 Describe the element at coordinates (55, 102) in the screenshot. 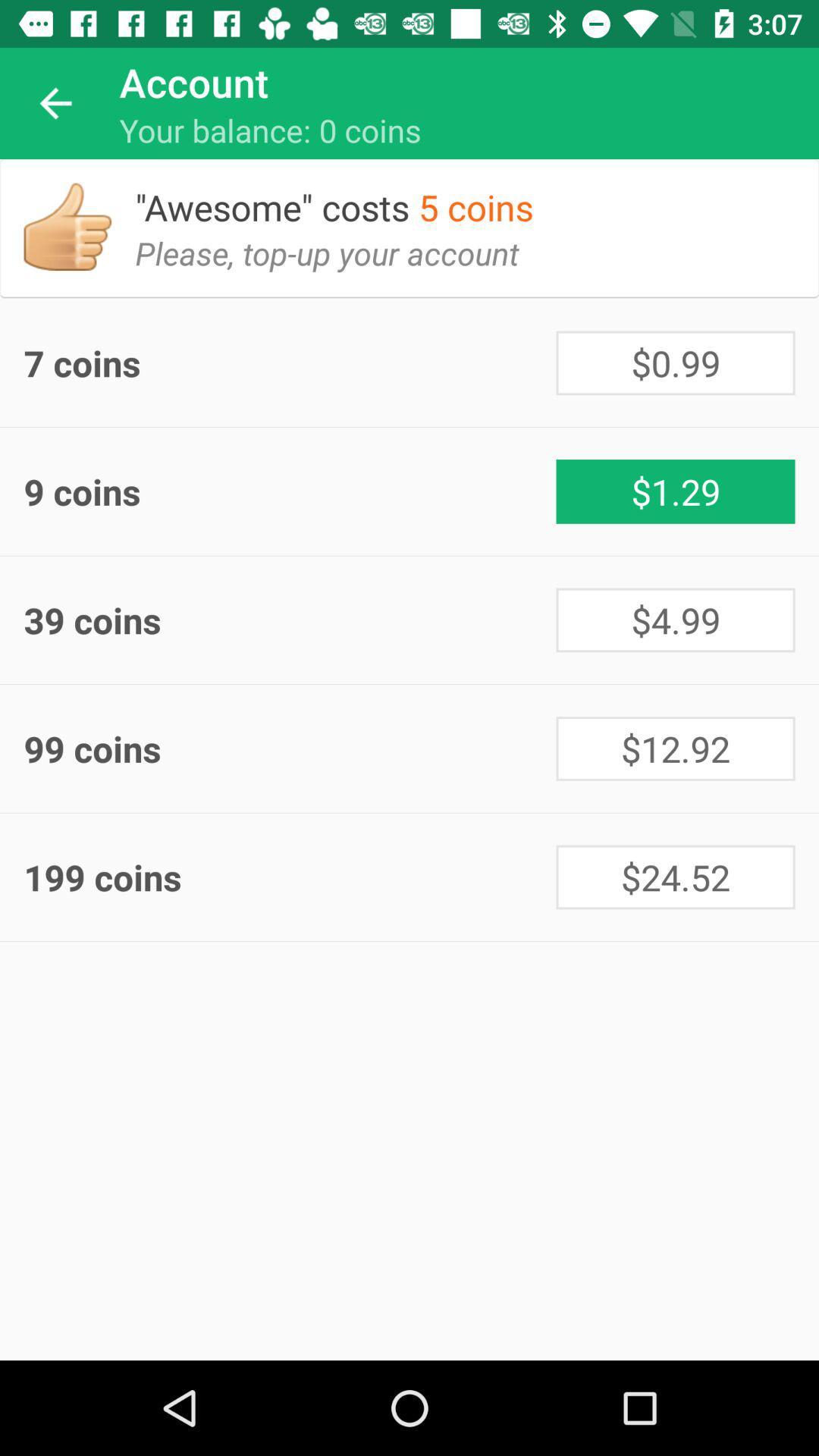

I see `icon to the left of account icon` at that location.